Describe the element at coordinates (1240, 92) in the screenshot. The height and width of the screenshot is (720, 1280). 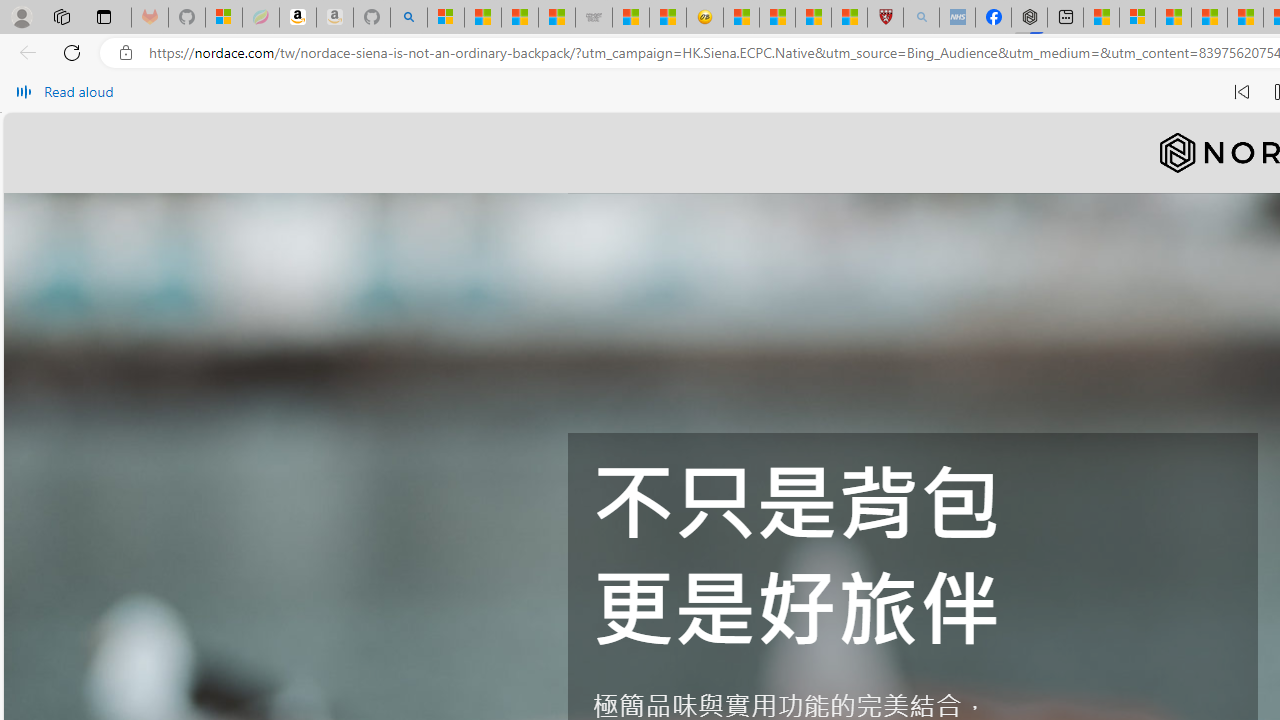
I see `'Read previous paragraph'` at that location.